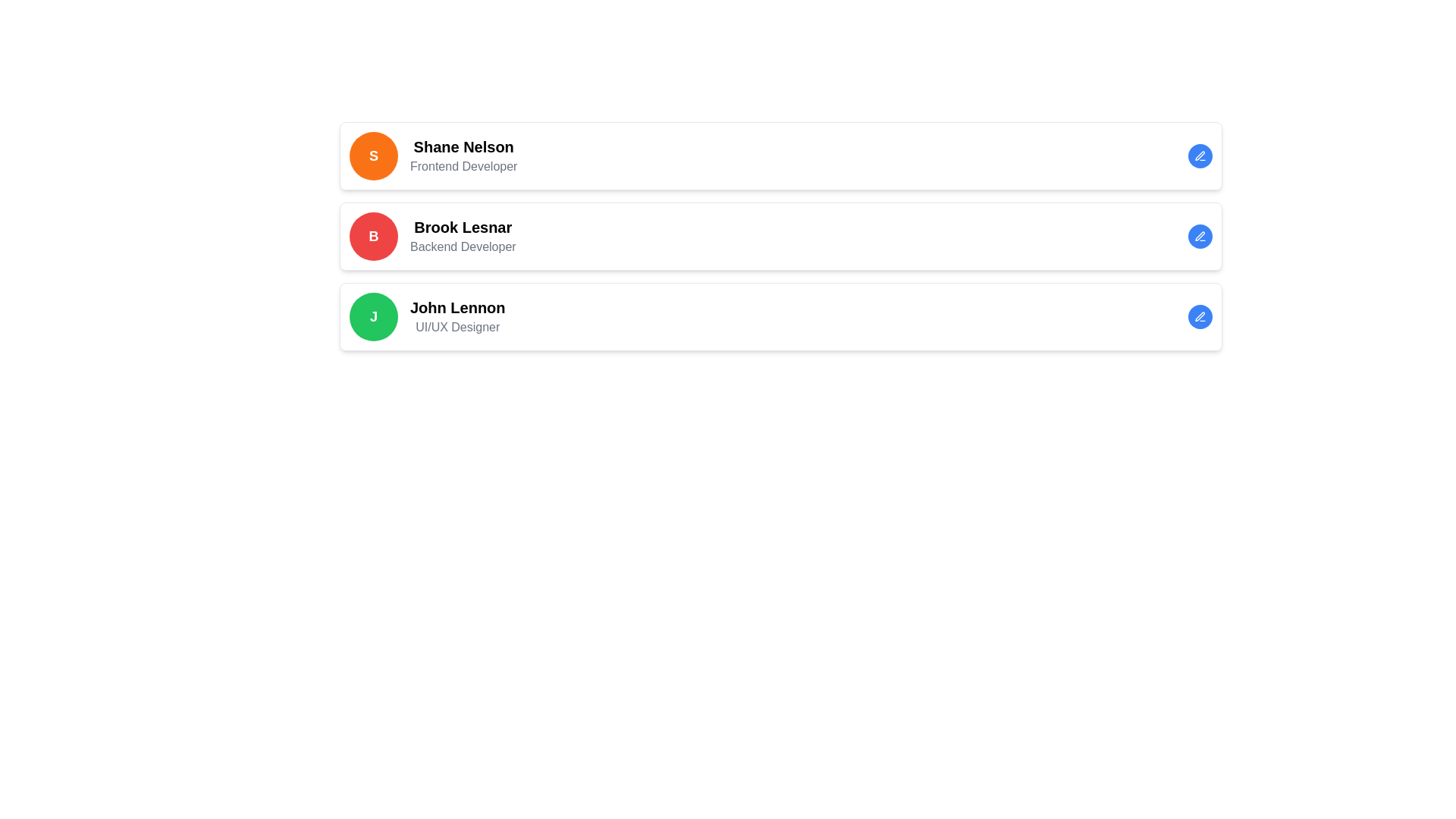 This screenshot has height=819, width=1456. What do you see at coordinates (1199, 236) in the screenshot?
I see `the circular blue button with a pen icon in the third row, which allows editing actions for 'John Lennon - UI/UX Designer'` at bounding box center [1199, 236].